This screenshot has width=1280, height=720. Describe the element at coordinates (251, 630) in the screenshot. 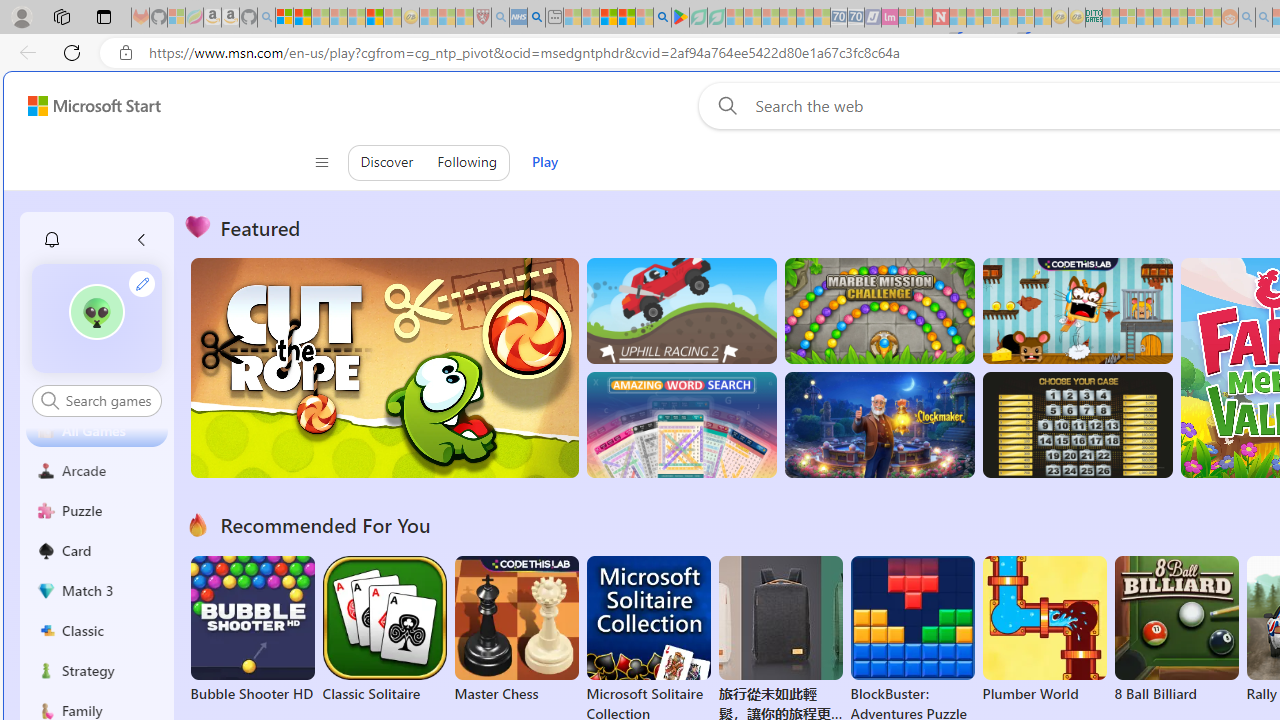

I see `'Bubble Shooter HD'` at that location.